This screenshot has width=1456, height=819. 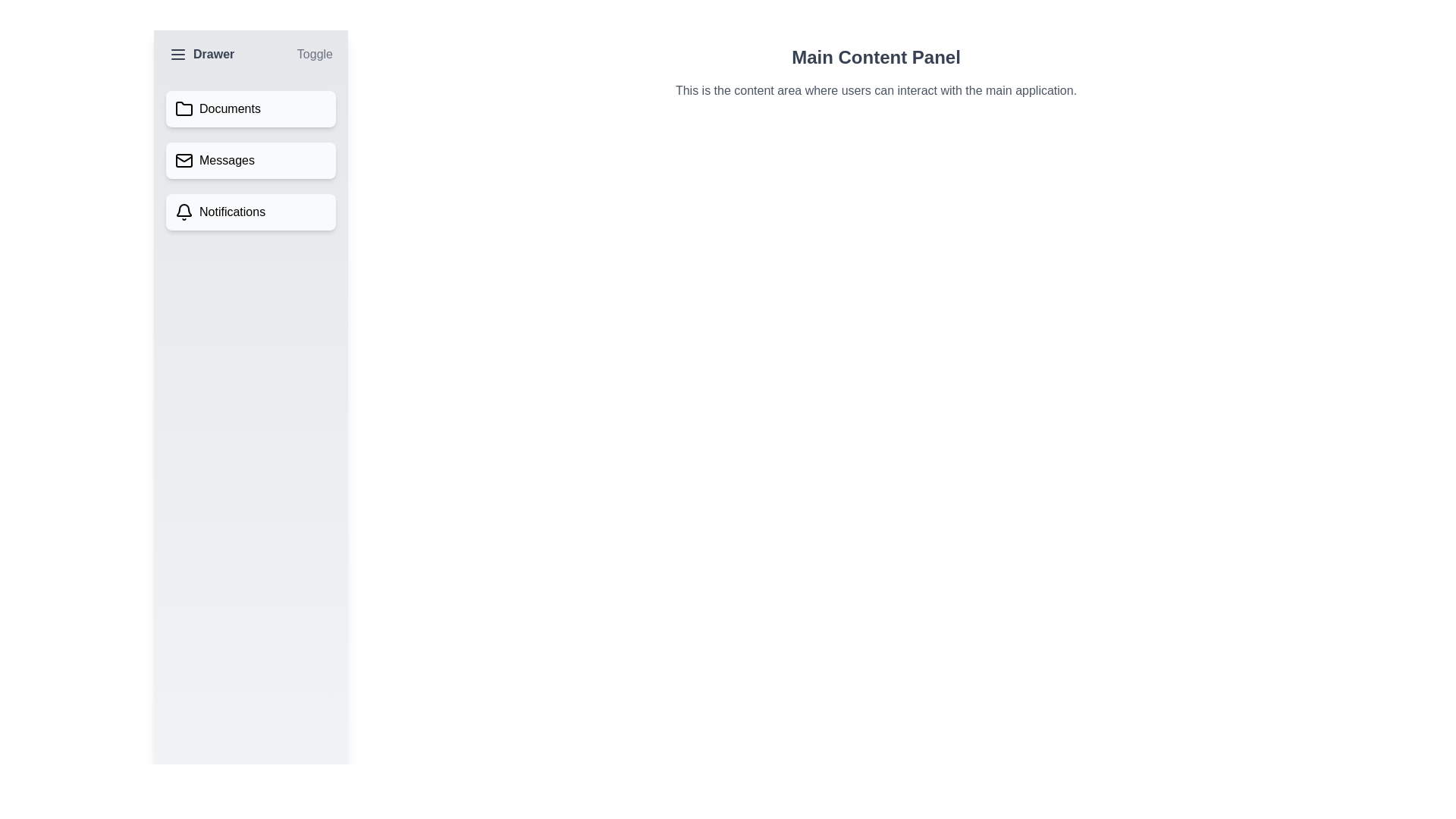 I want to click on the text label displaying 'Drawer' in bold, dark-gray font located in the top-left section of the vertical navigation pane, so click(x=213, y=54).